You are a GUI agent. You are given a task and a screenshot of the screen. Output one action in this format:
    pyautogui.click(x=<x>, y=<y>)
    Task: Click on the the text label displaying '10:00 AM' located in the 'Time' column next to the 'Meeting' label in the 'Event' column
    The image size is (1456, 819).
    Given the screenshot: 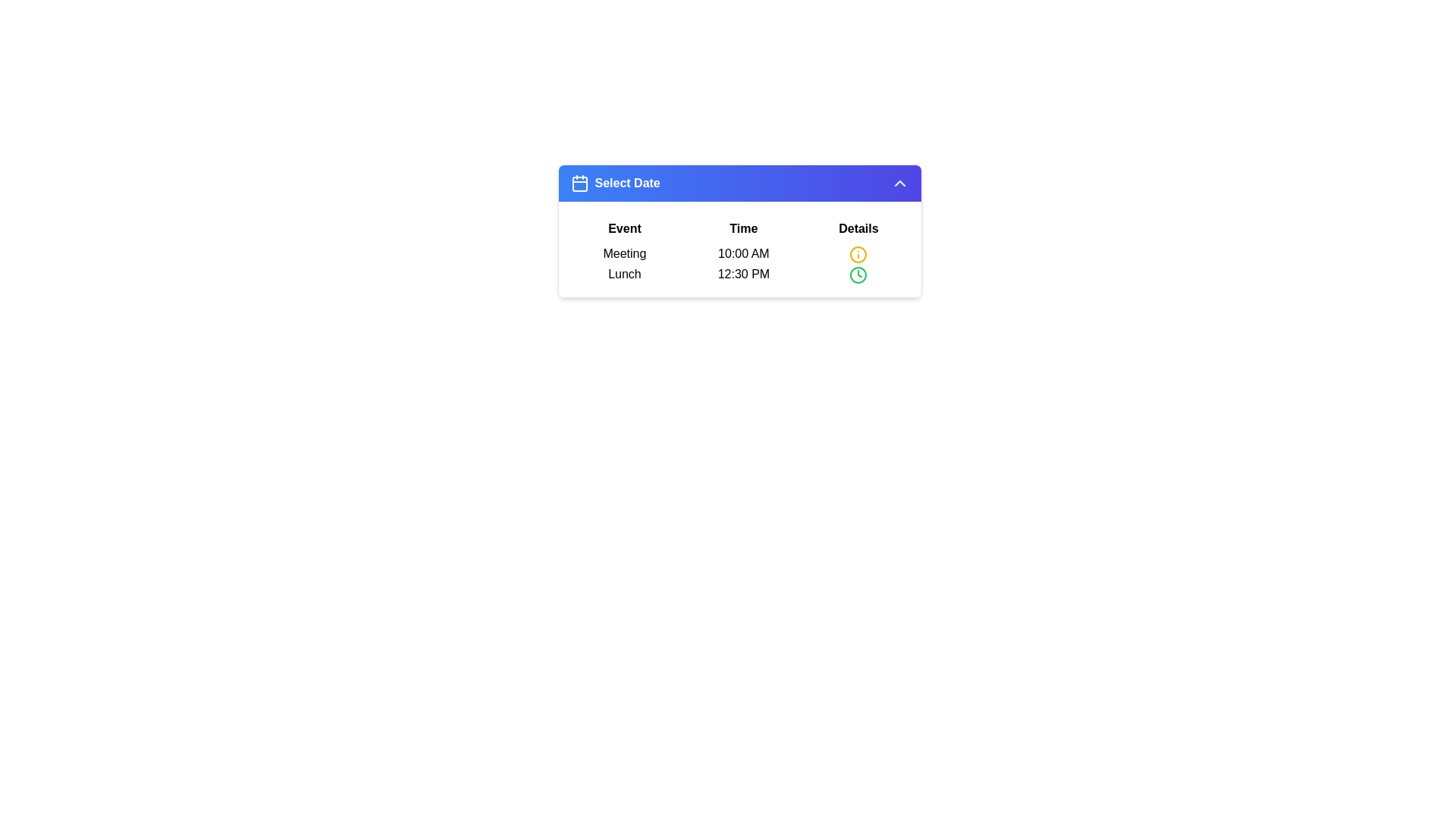 What is the action you would take?
    pyautogui.click(x=743, y=253)
    